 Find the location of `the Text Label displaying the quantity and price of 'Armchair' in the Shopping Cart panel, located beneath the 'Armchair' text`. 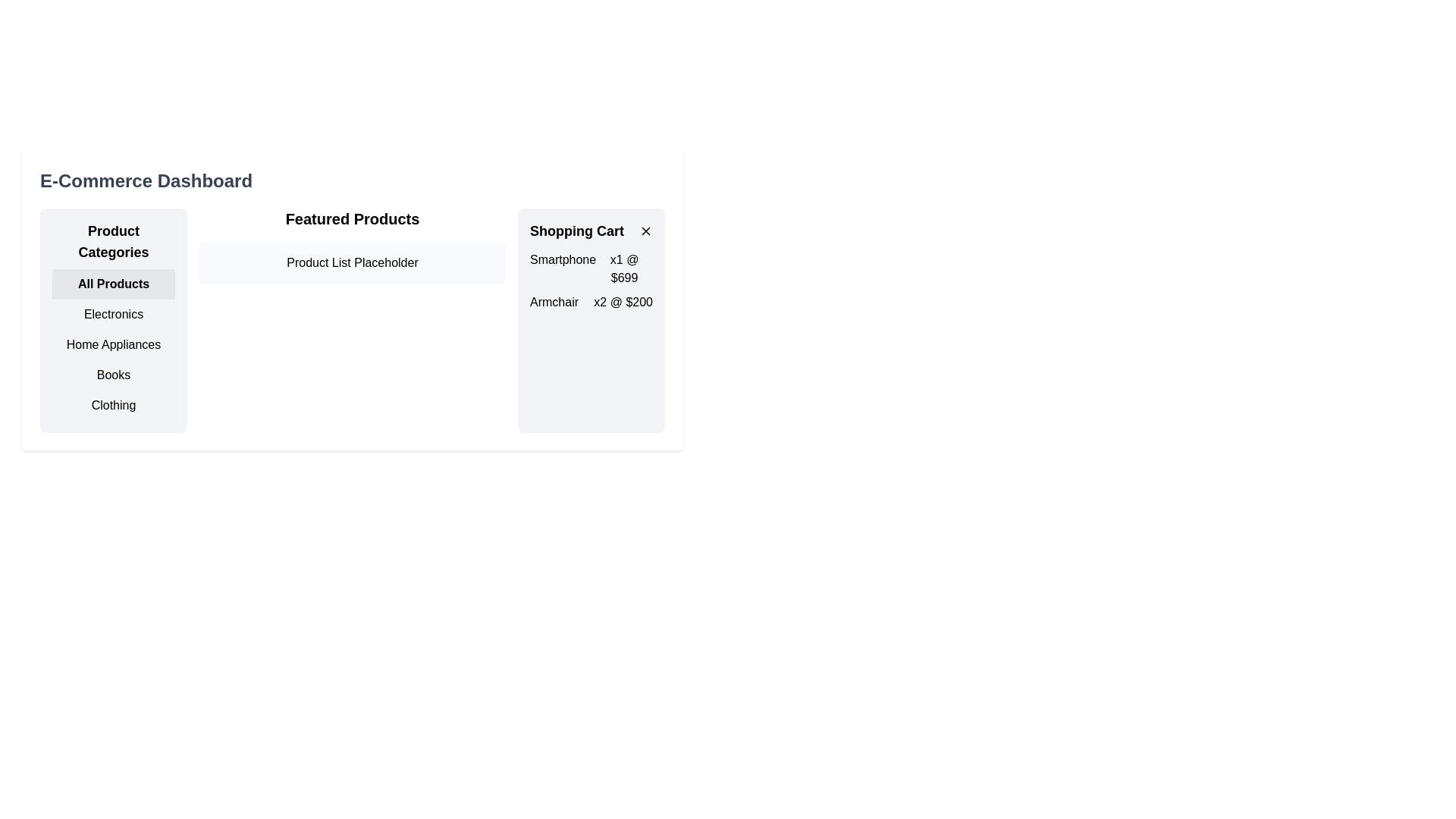

the Text Label displaying the quantity and price of 'Armchair' in the Shopping Cart panel, located beneath the 'Armchair' text is located at coordinates (623, 302).